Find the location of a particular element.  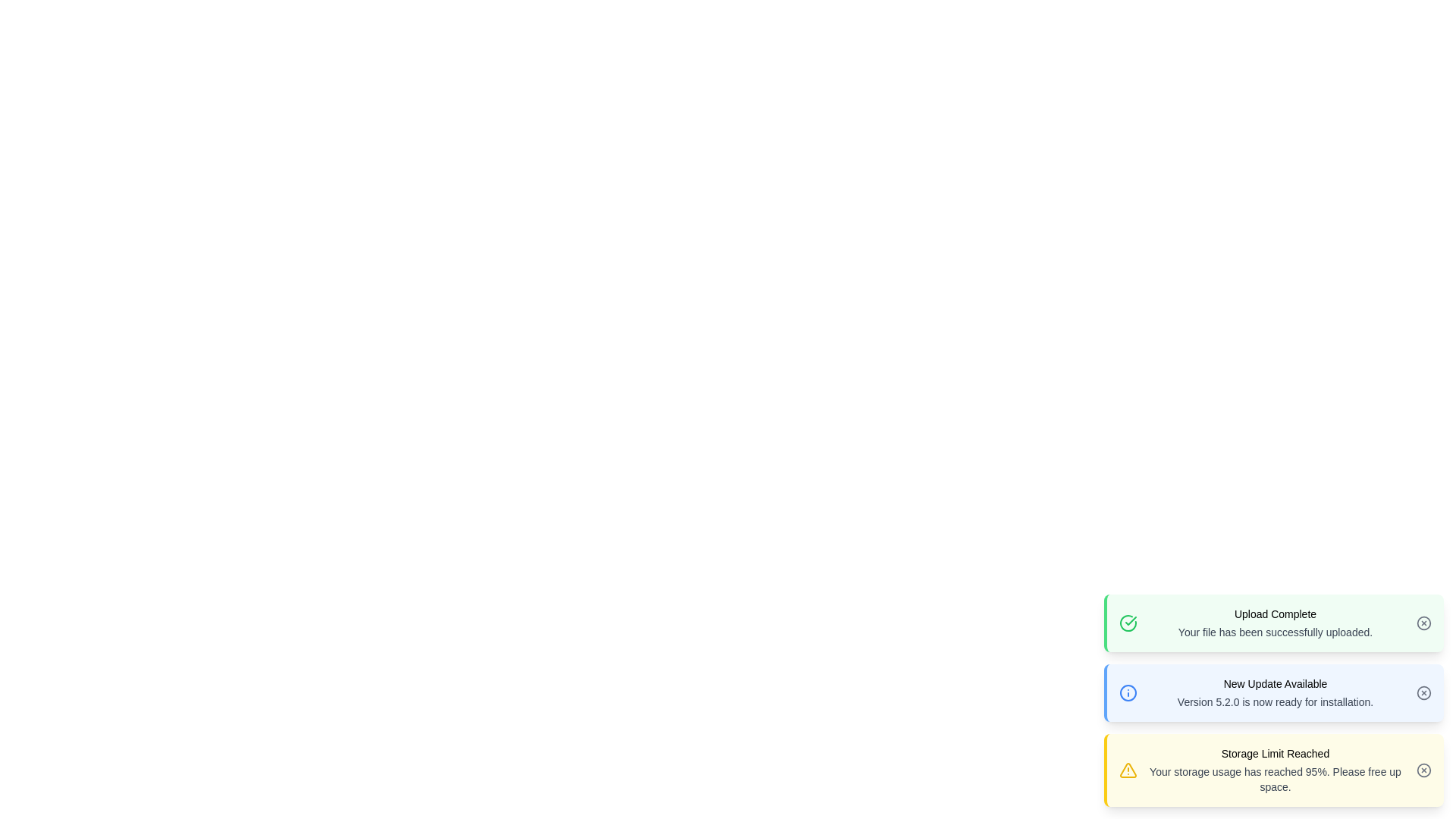

the static text element that reads 'Version 5.2.0 is now ready for installation.' which is positioned below the title 'New Update Available' in a notification box is located at coordinates (1274, 701).